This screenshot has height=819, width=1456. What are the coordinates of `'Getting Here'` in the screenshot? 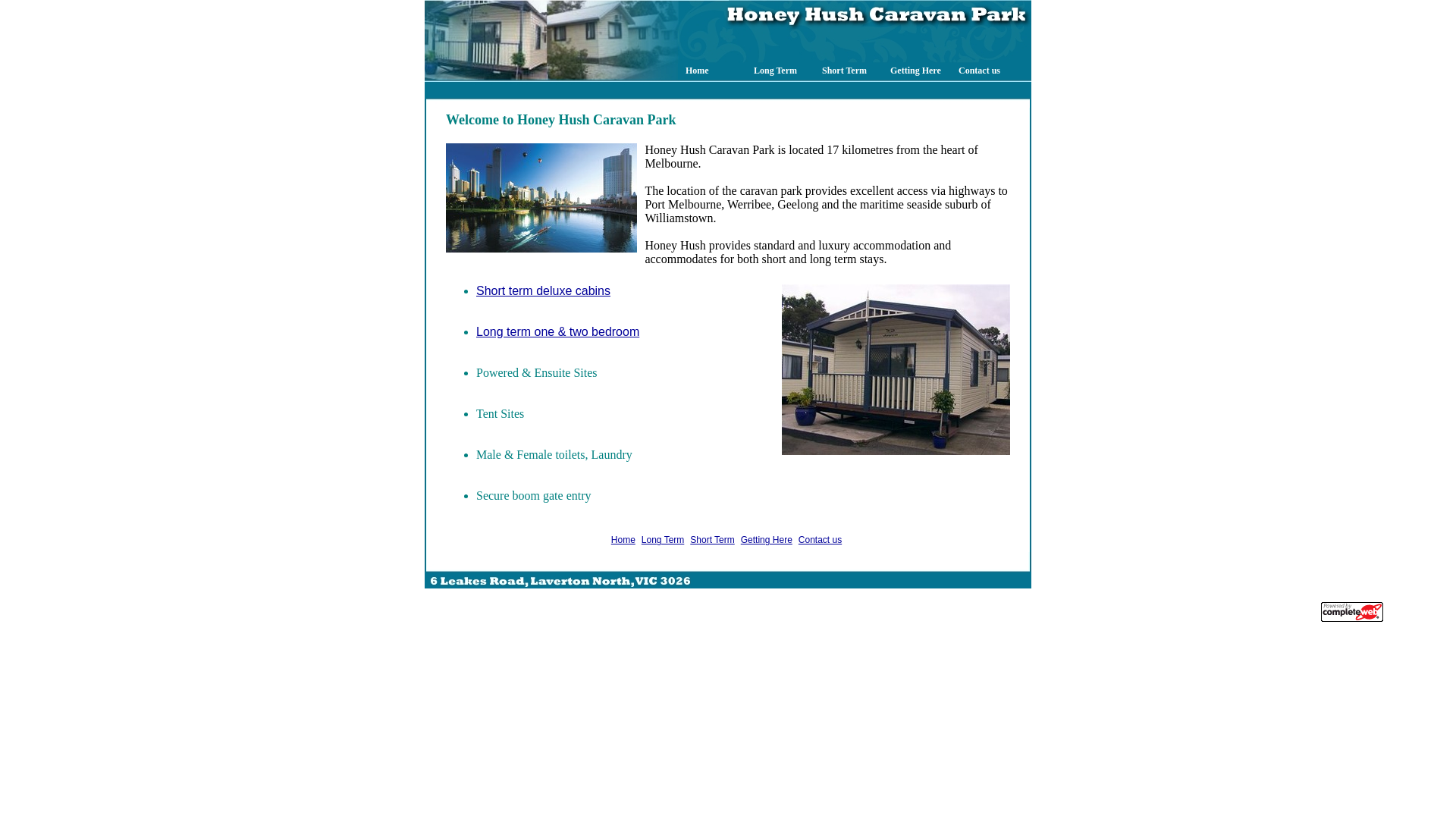 It's located at (741, 539).